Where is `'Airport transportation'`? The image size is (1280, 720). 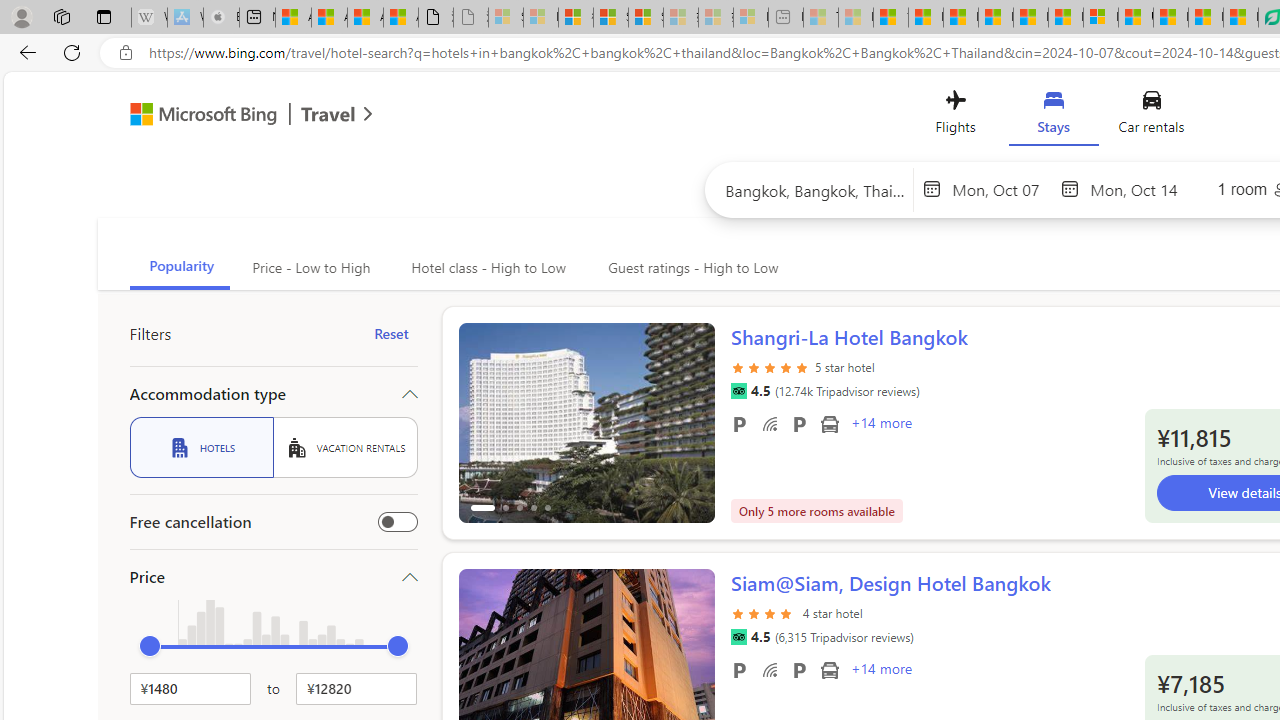
'Airport transportation' is located at coordinates (829, 669).